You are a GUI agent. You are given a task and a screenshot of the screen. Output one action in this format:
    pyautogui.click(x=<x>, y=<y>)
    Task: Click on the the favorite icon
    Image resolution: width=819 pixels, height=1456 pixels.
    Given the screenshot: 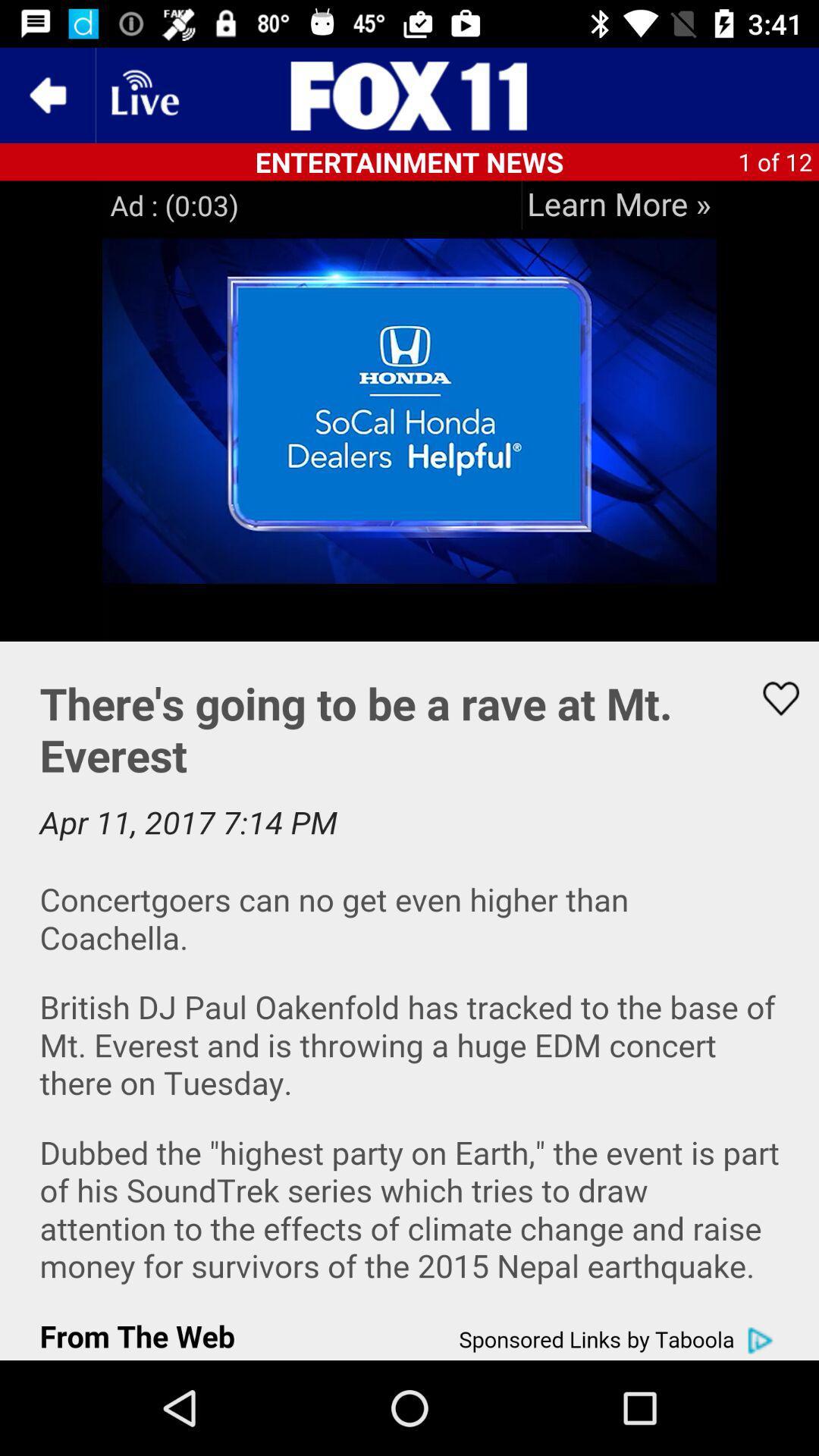 What is the action you would take?
    pyautogui.click(x=771, y=698)
    